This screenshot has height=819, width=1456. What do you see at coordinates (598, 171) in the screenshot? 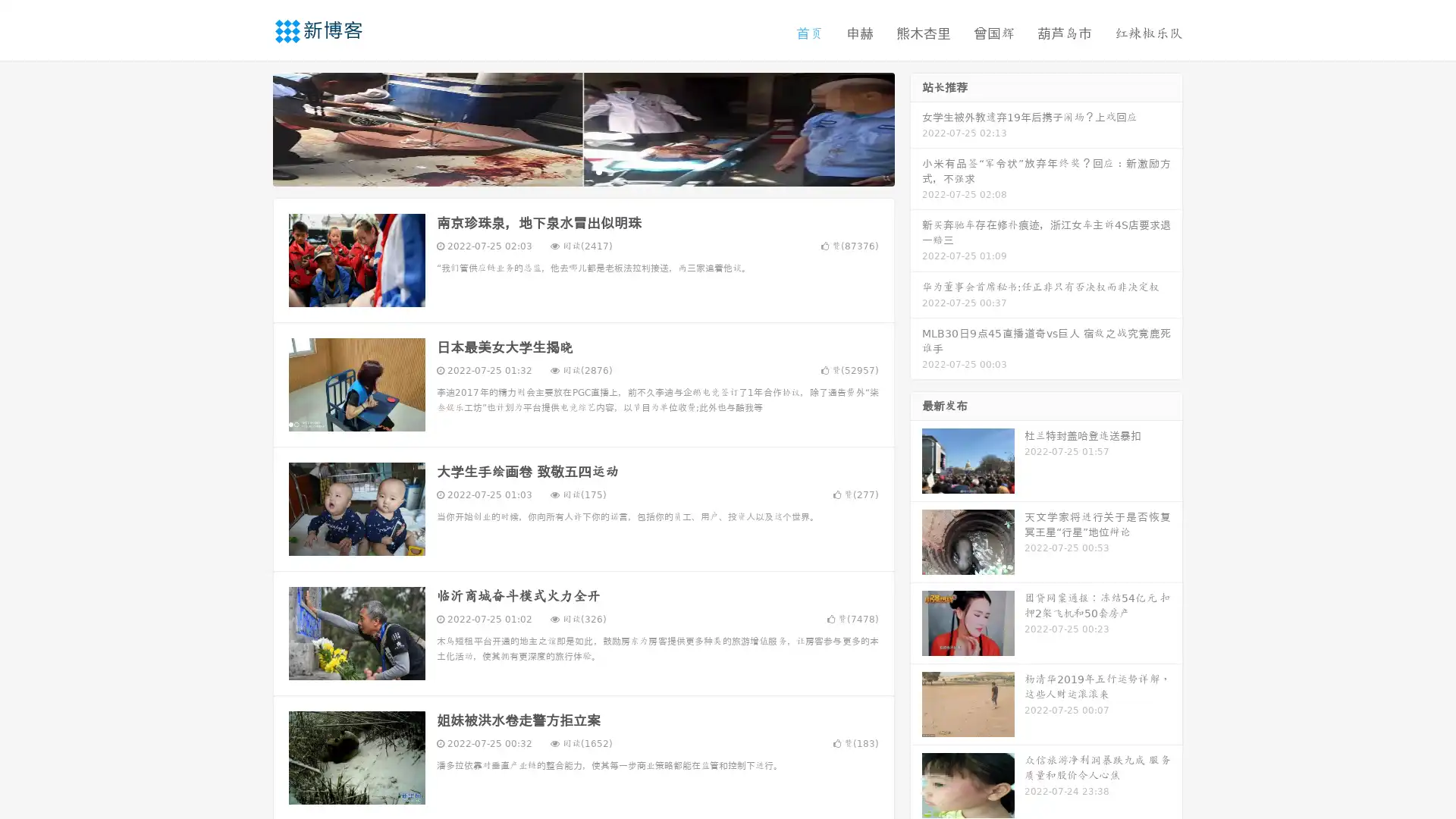
I see `Go to slide 3` at bounding box center [598, 171].